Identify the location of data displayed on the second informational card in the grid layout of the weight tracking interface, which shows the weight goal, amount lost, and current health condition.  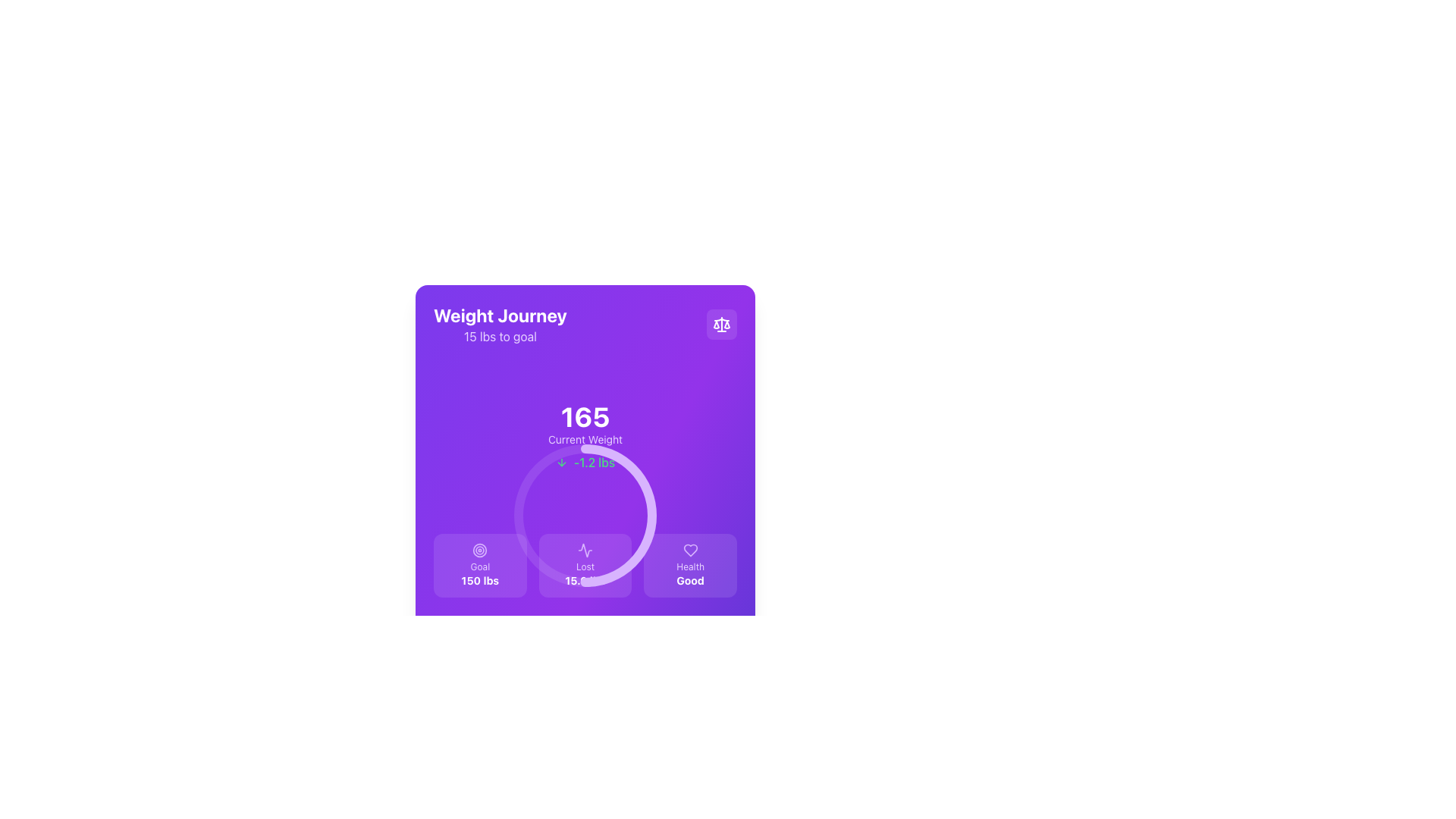
(585, 565).